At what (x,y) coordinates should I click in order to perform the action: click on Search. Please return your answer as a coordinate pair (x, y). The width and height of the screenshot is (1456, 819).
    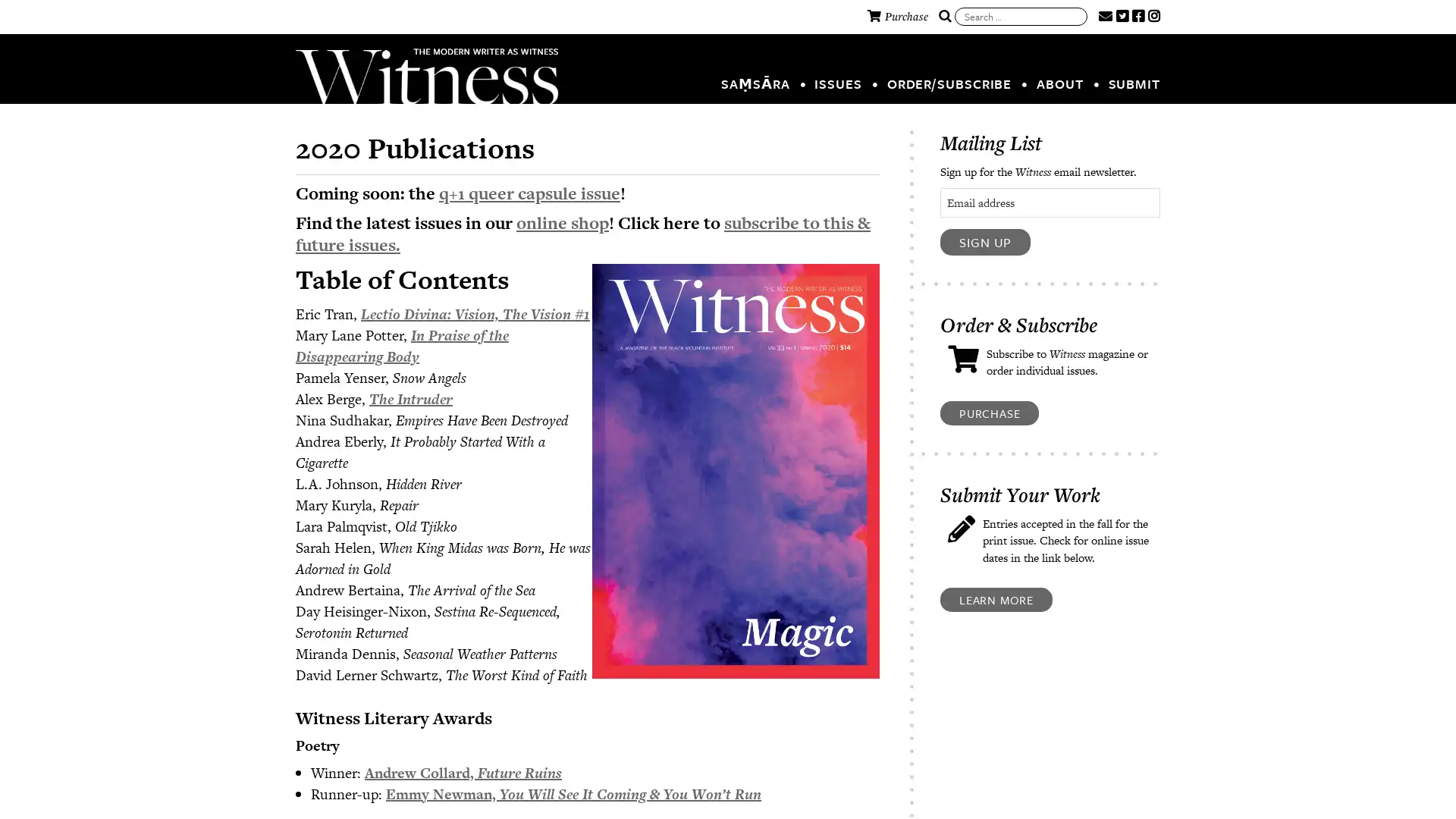
    Looking at the image, I should click on (944, 17).